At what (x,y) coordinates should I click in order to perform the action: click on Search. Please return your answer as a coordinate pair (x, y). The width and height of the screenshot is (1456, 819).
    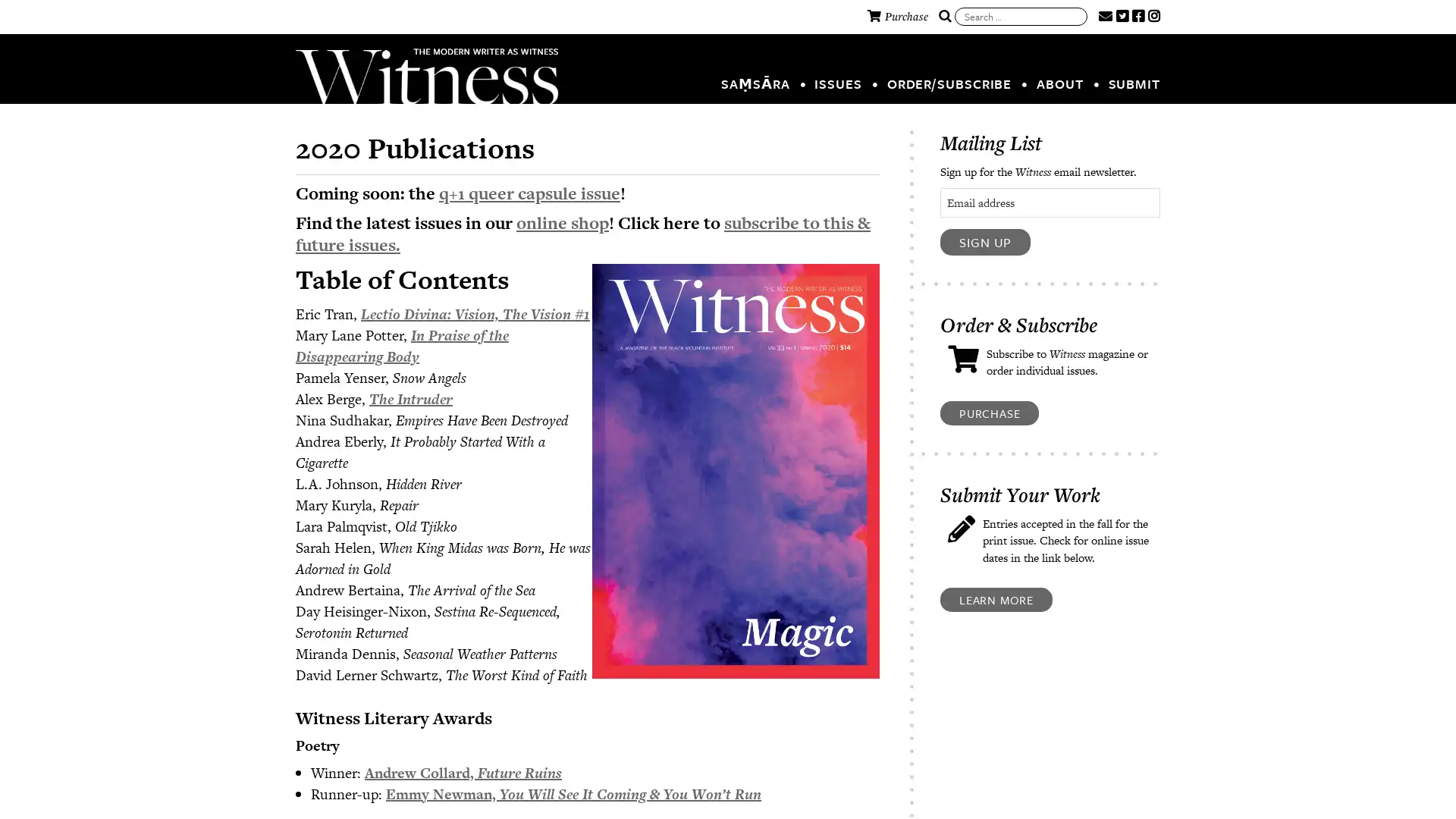
    Looking at the image, I should click on (944, 17).